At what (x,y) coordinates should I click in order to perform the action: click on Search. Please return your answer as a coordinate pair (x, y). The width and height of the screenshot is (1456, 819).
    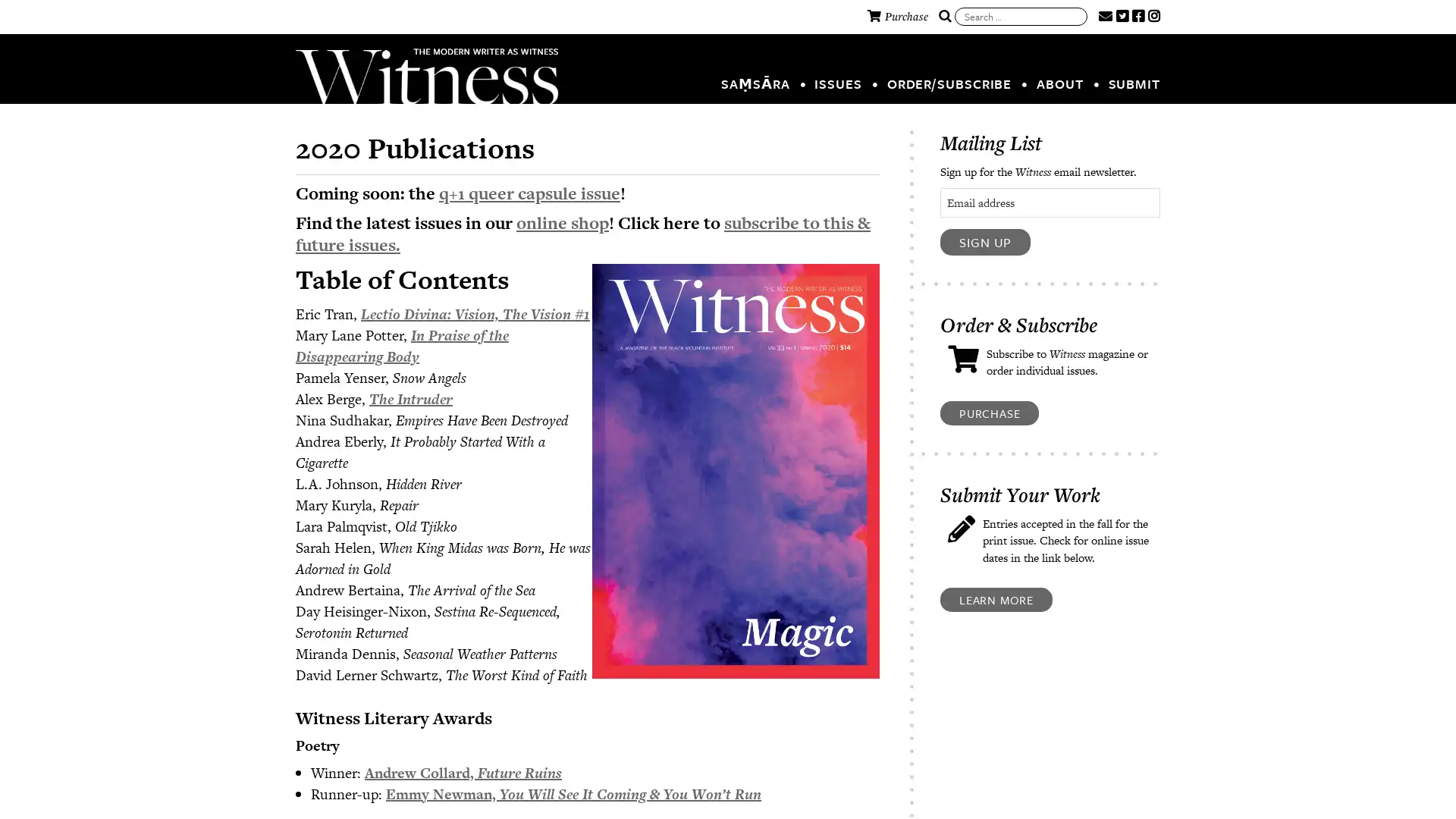
    Looking at the image, I should click on (944, 17).